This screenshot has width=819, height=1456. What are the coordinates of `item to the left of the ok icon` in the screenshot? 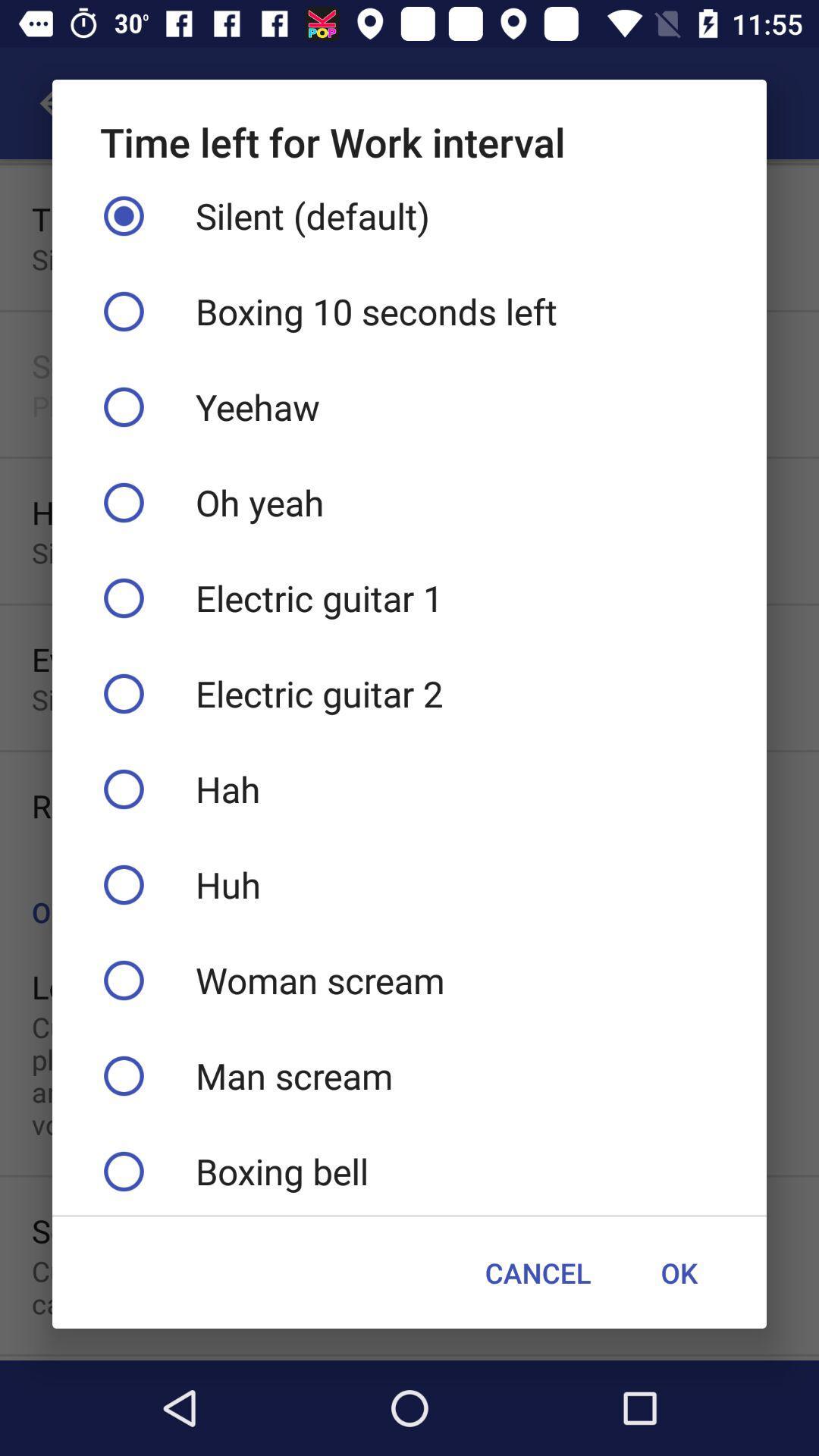 It's located at (537, 1272).